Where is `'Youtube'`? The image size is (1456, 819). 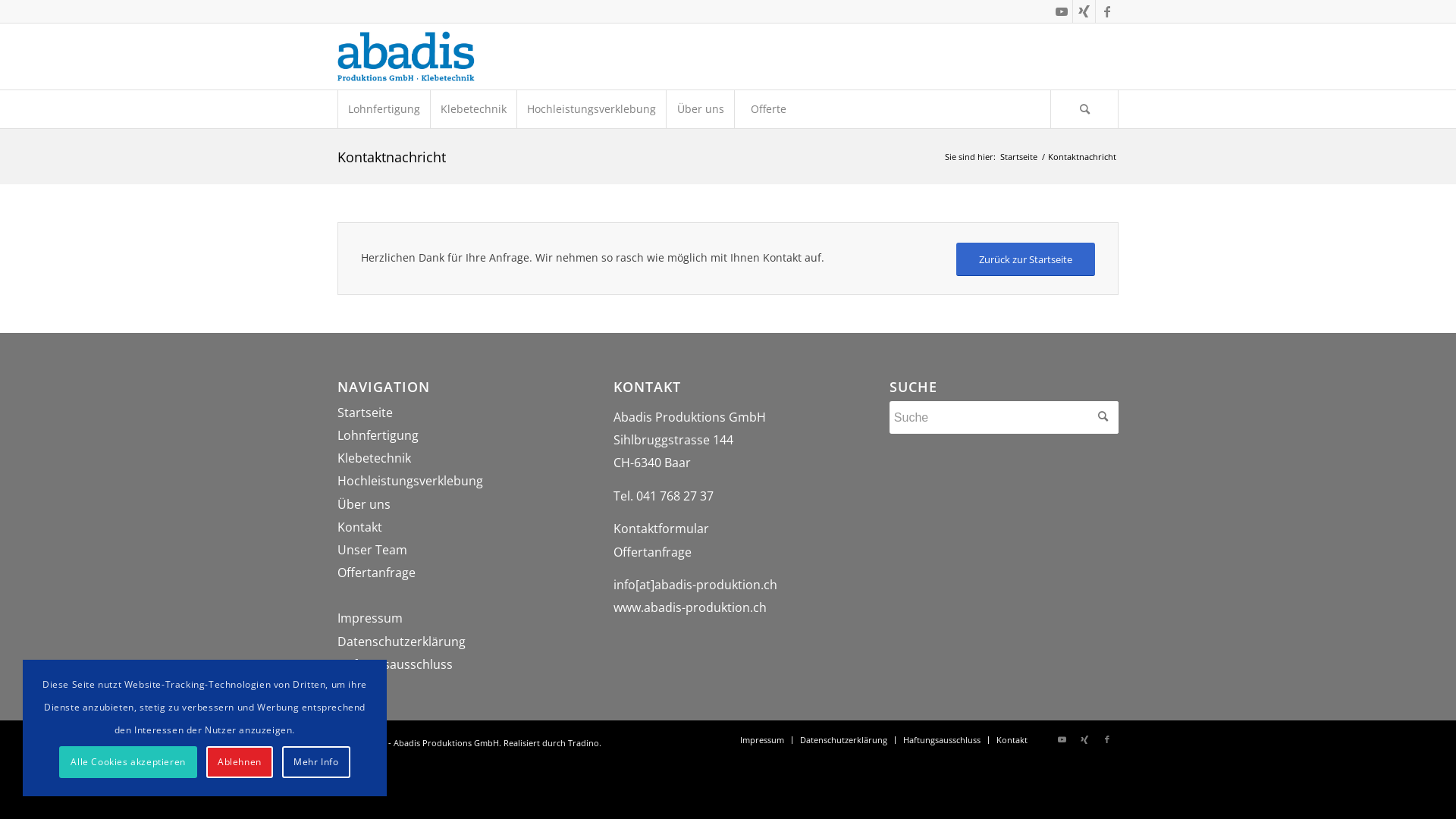 'Youtube' is located at coordinates (1050, 739).